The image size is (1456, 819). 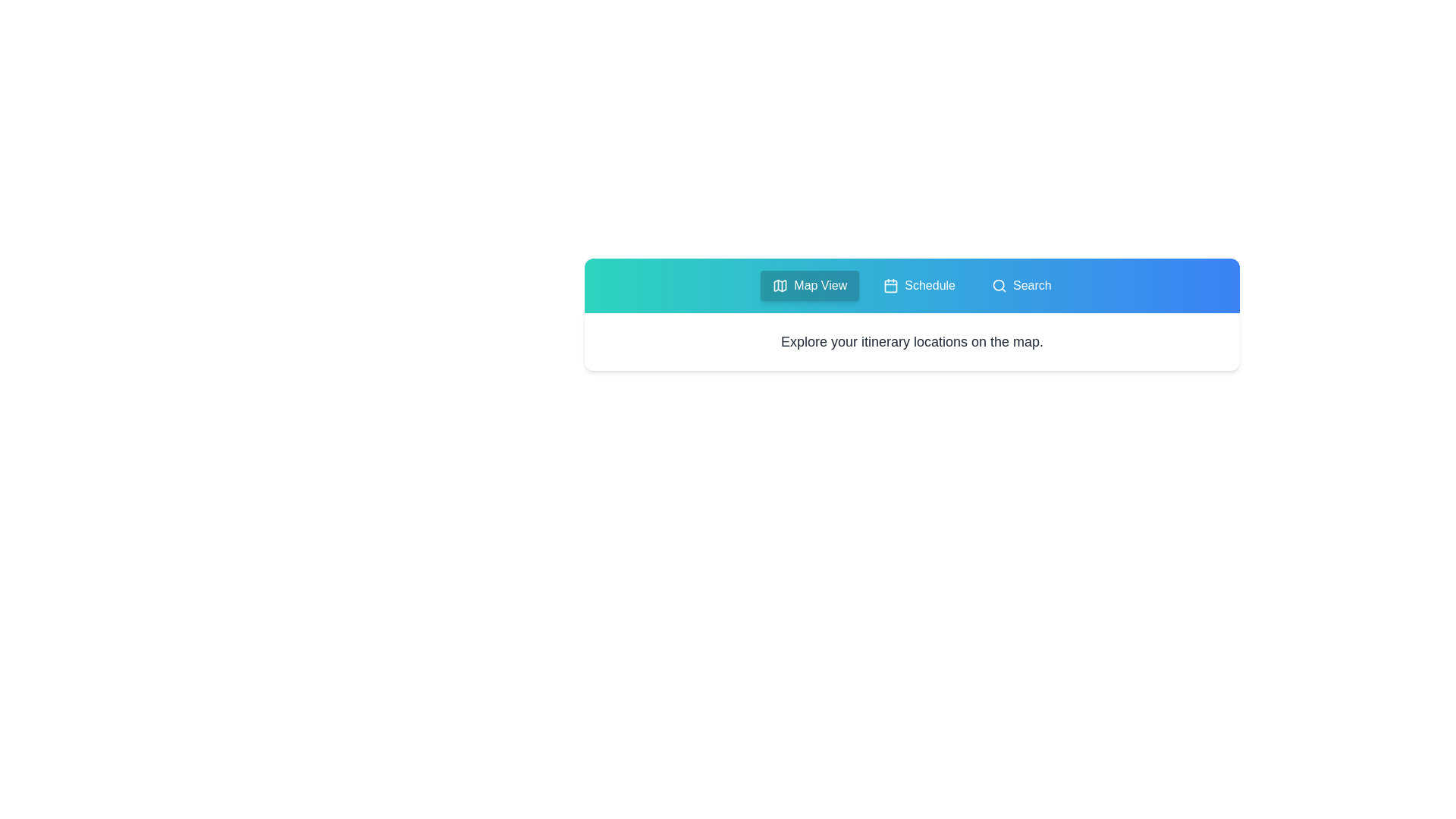 I want to click on the 'Map View' button, the first button from the left in a horizontal row, so click(x=809, y=286).